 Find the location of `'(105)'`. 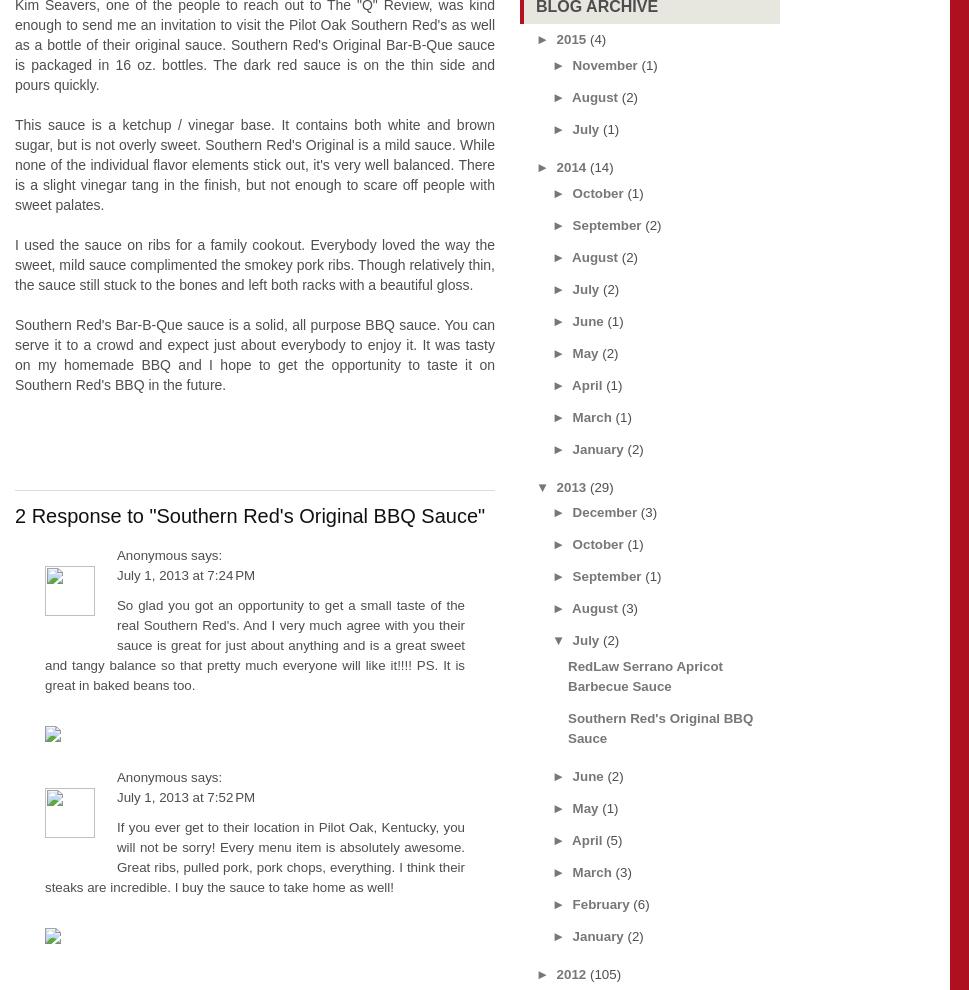

'(105)' is located at coordinates (604, 974).